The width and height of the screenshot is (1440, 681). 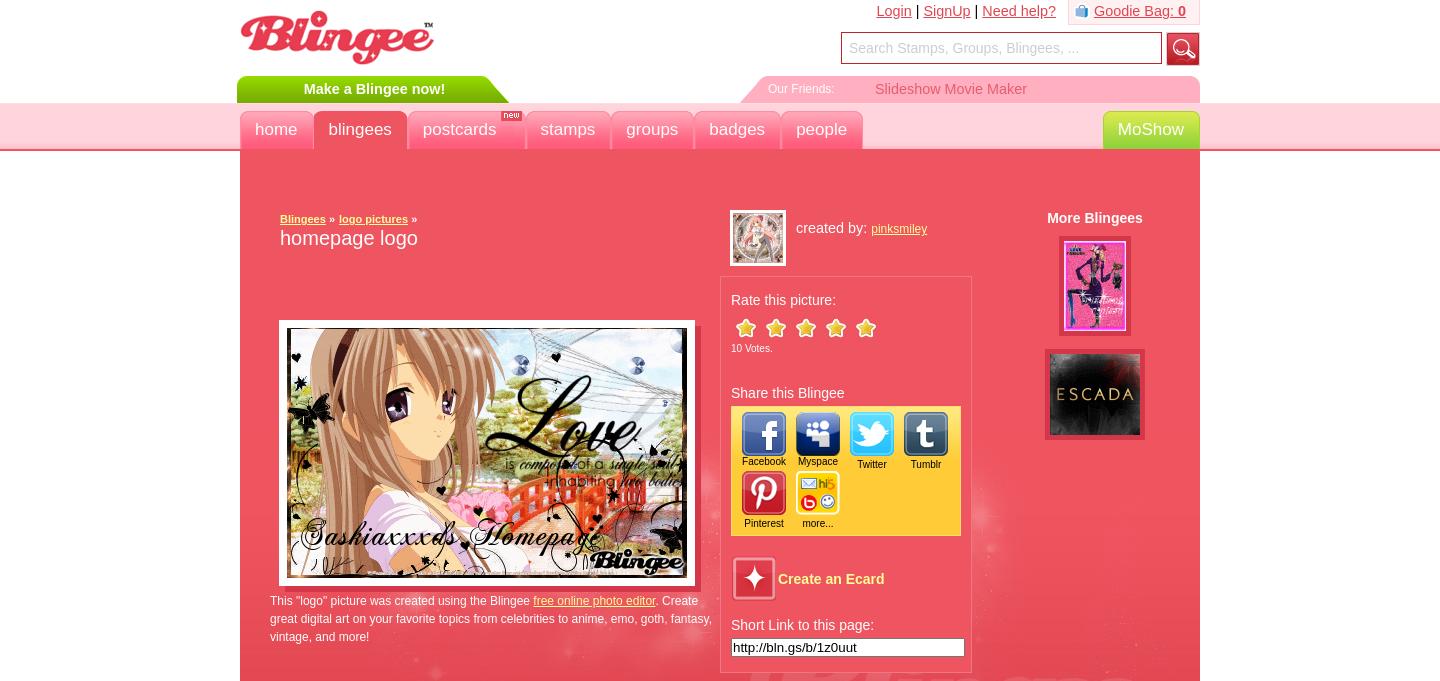 I want to click on 'More Blingees', so click(x=1047, y=217).